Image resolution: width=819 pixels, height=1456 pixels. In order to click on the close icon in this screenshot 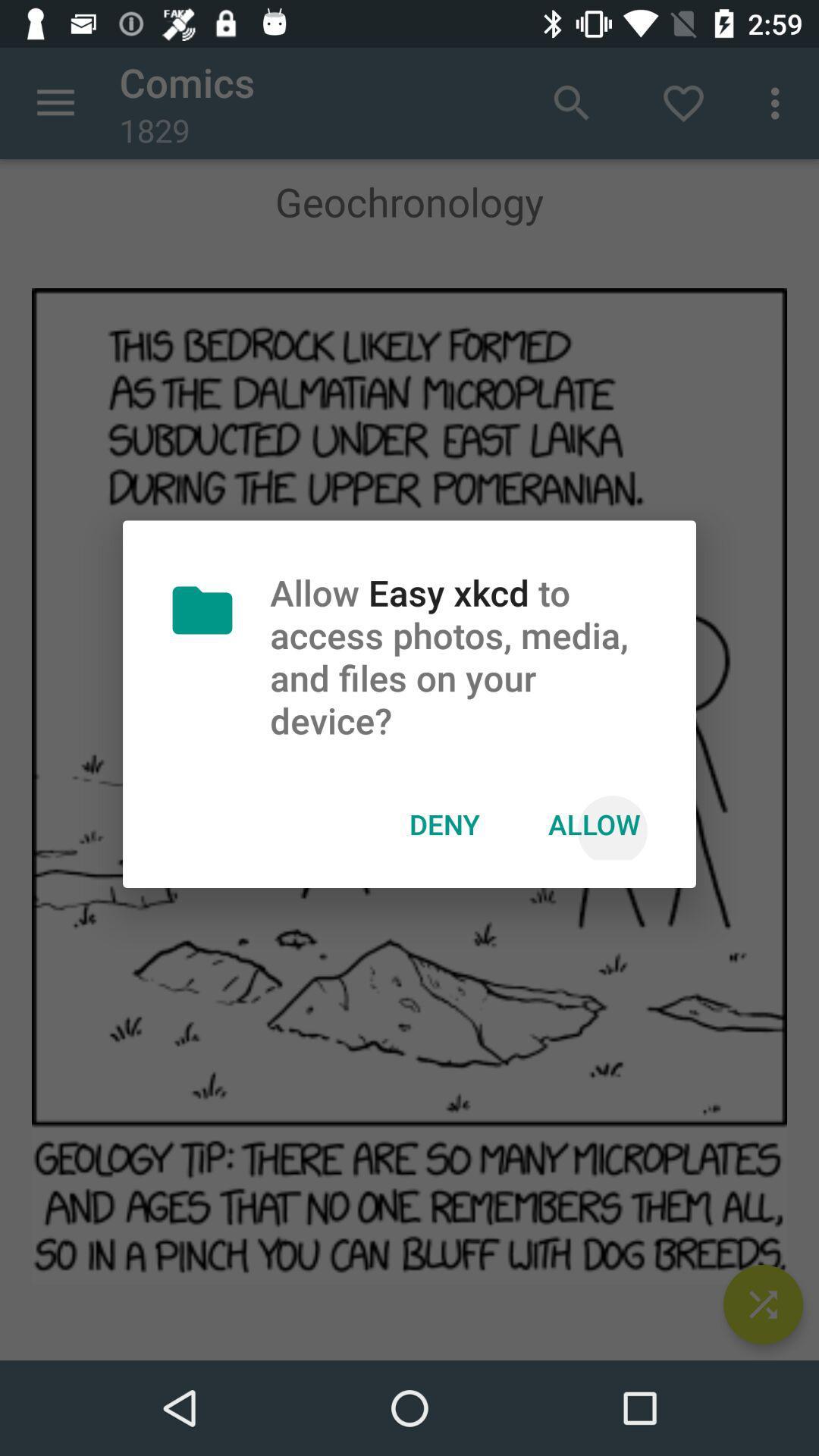, I will do `click(763, 1304)`.